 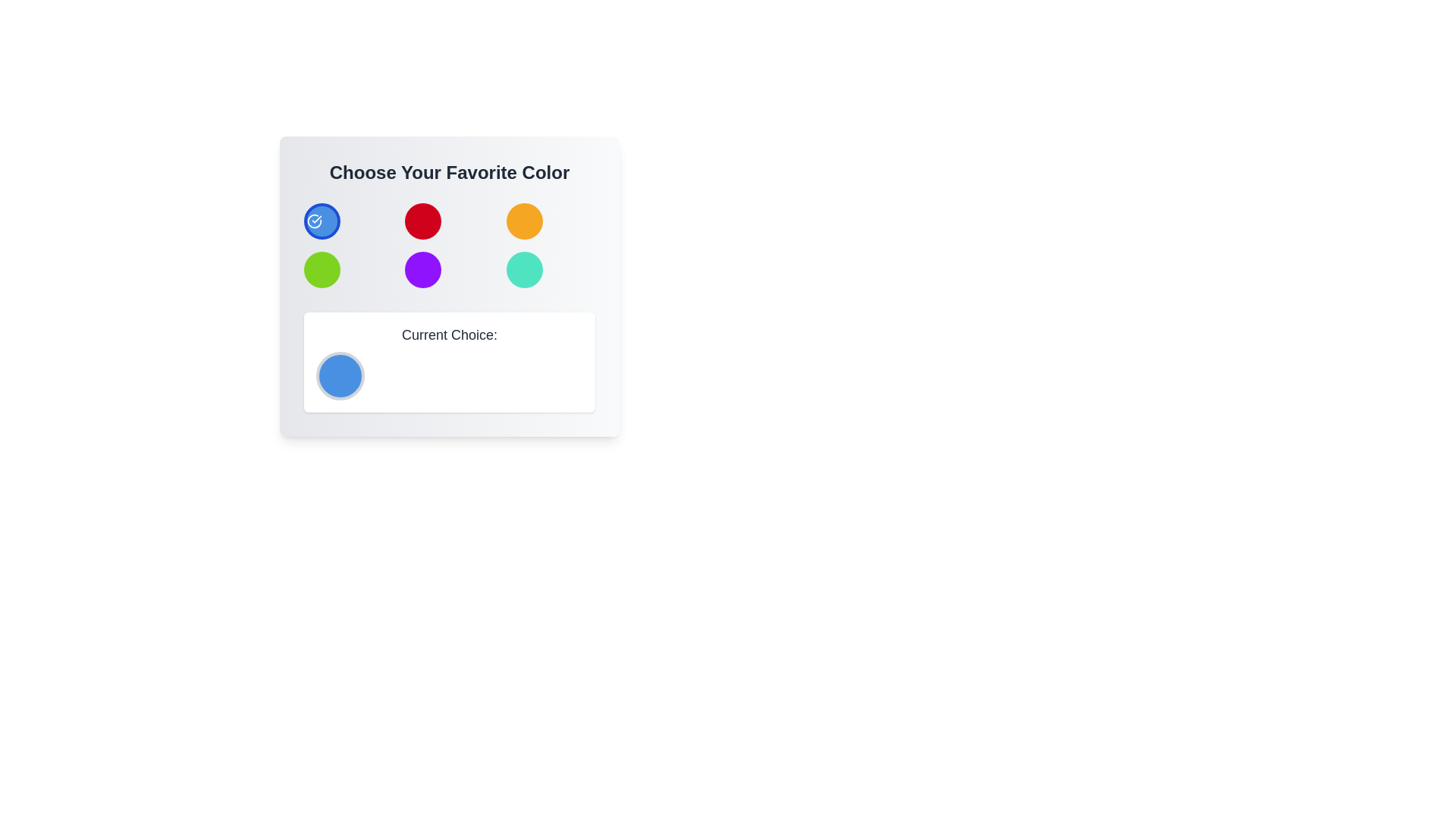 I want to click on the bright orange color selection button located in the upper row of the 3x3 grid, which is part of the 'Choose Your Favorite Color' section, to enlarge it, so click(x=524, y=221).